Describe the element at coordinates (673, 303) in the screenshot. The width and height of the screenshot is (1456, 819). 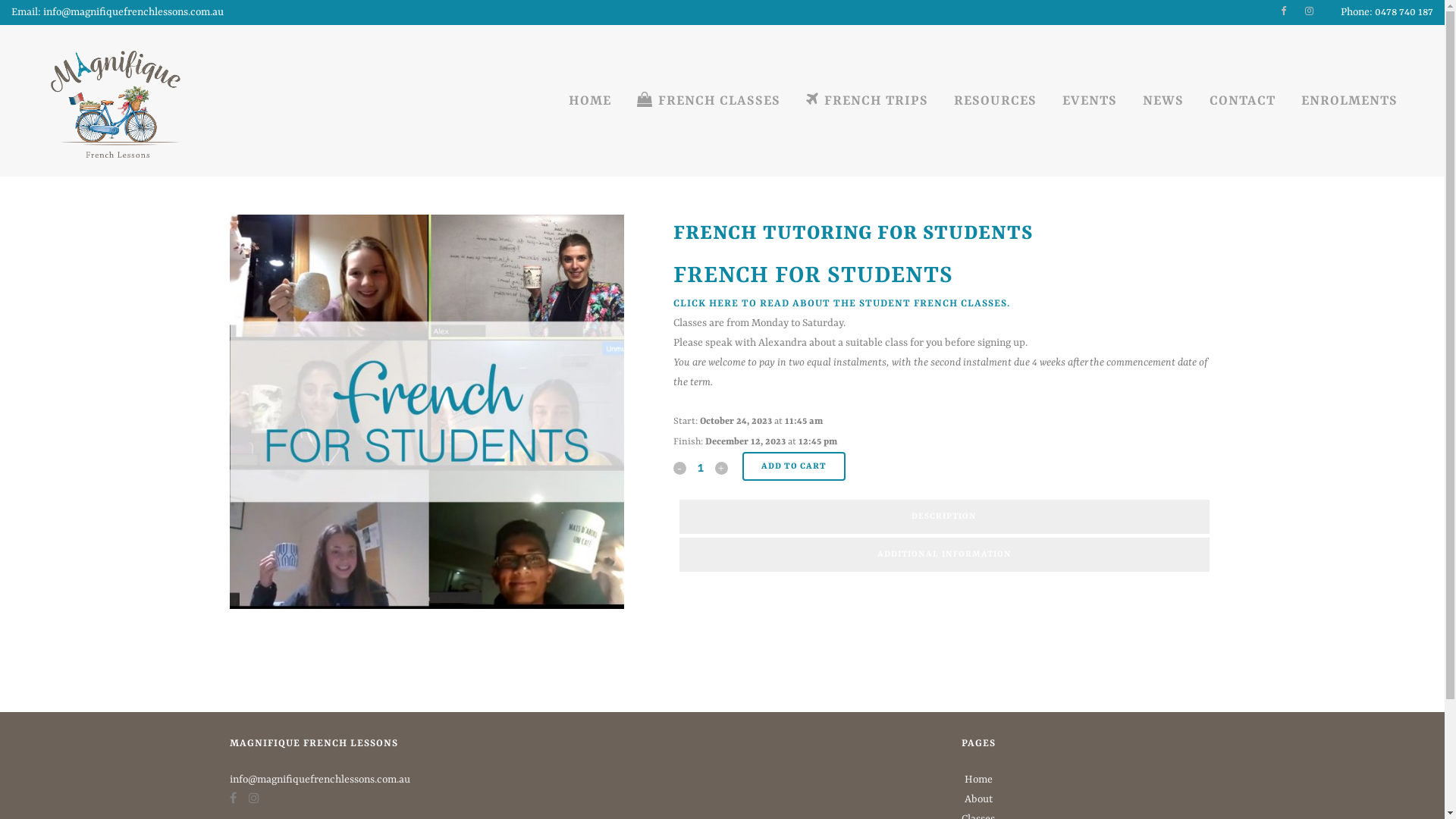
I see `'CLICK HERE'` at that location.